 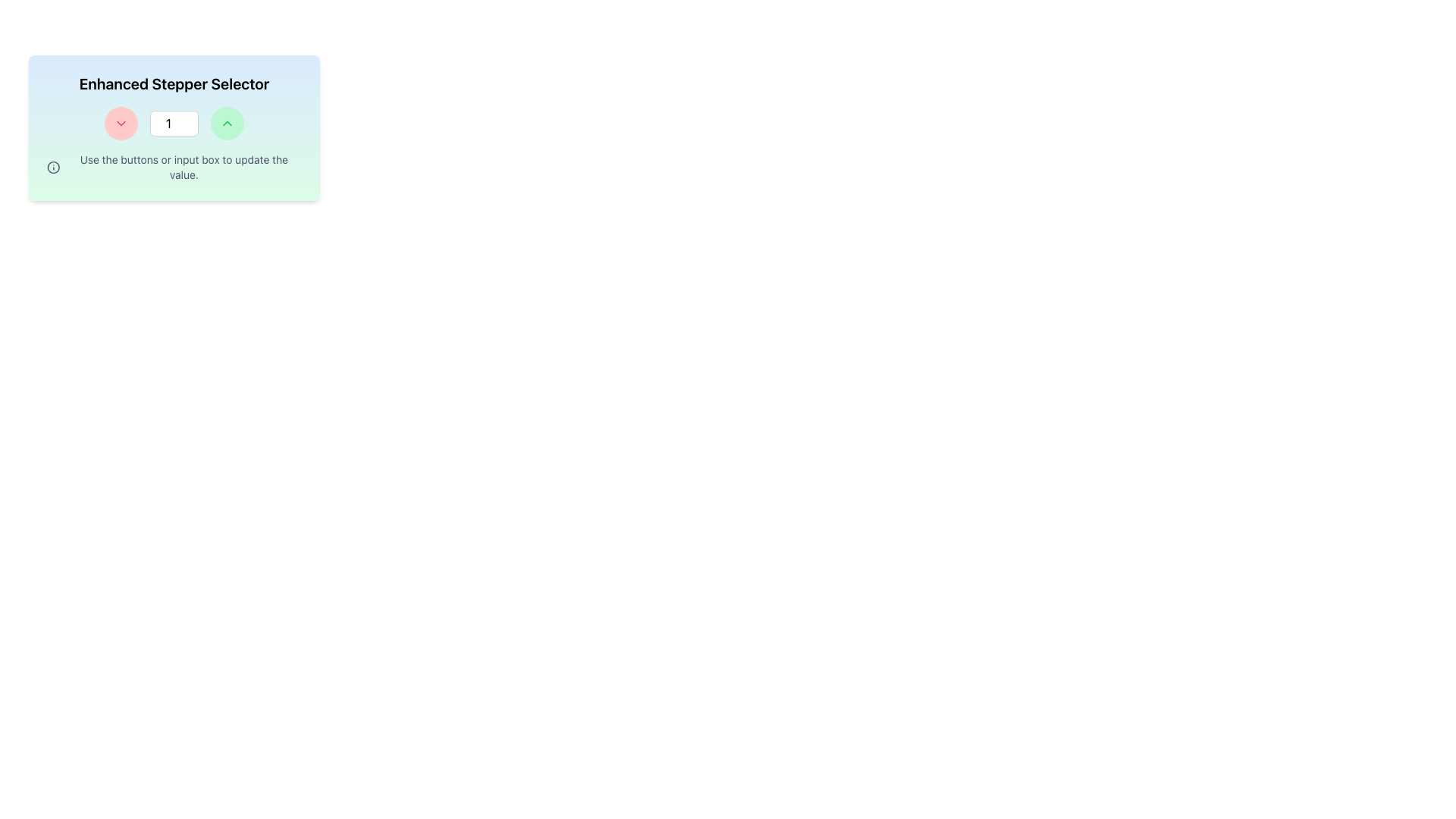 I want to click on the red circular button with a downward chevron, so click(x=120, y=122).